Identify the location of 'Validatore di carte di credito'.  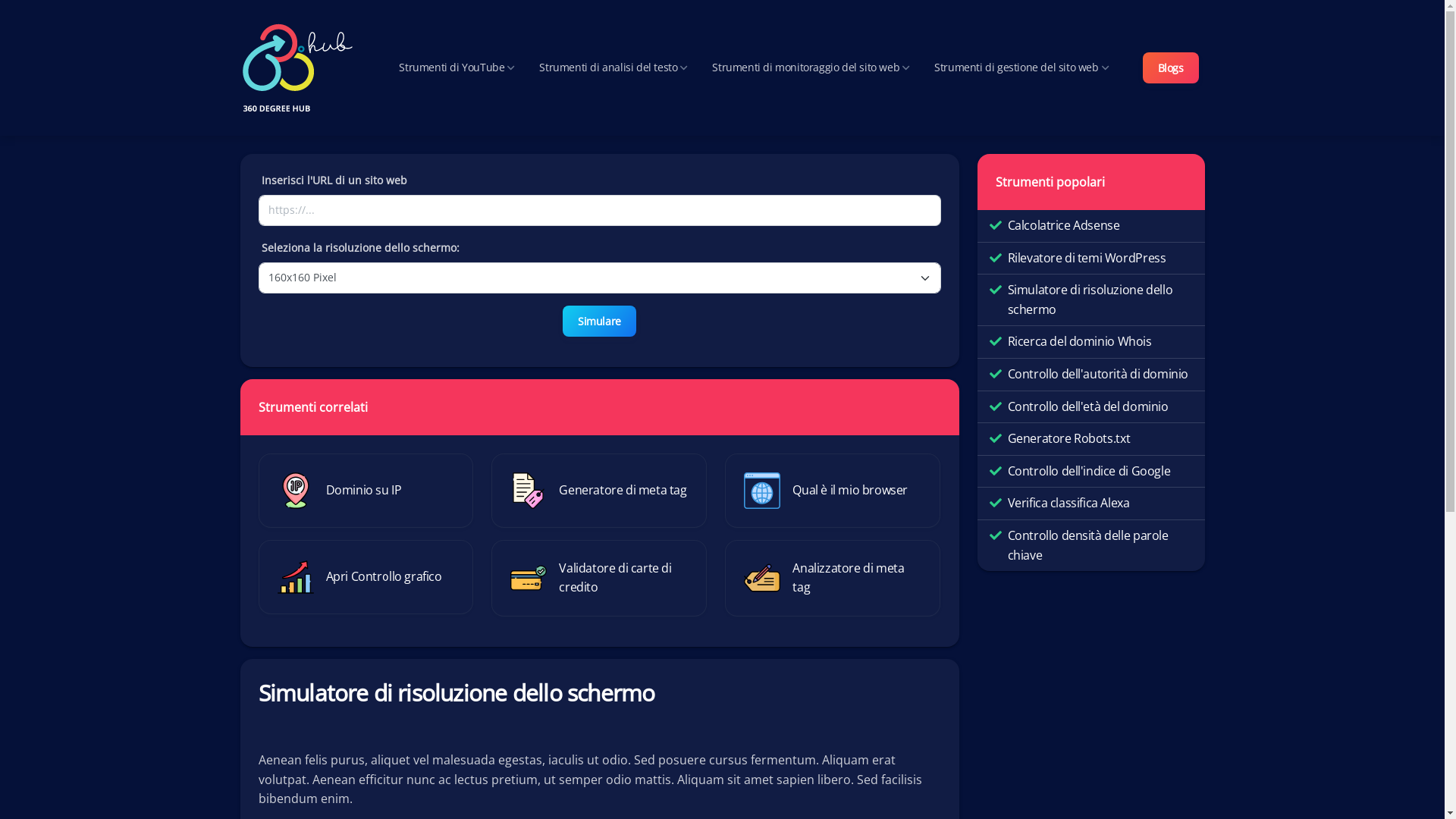
(598, 578).